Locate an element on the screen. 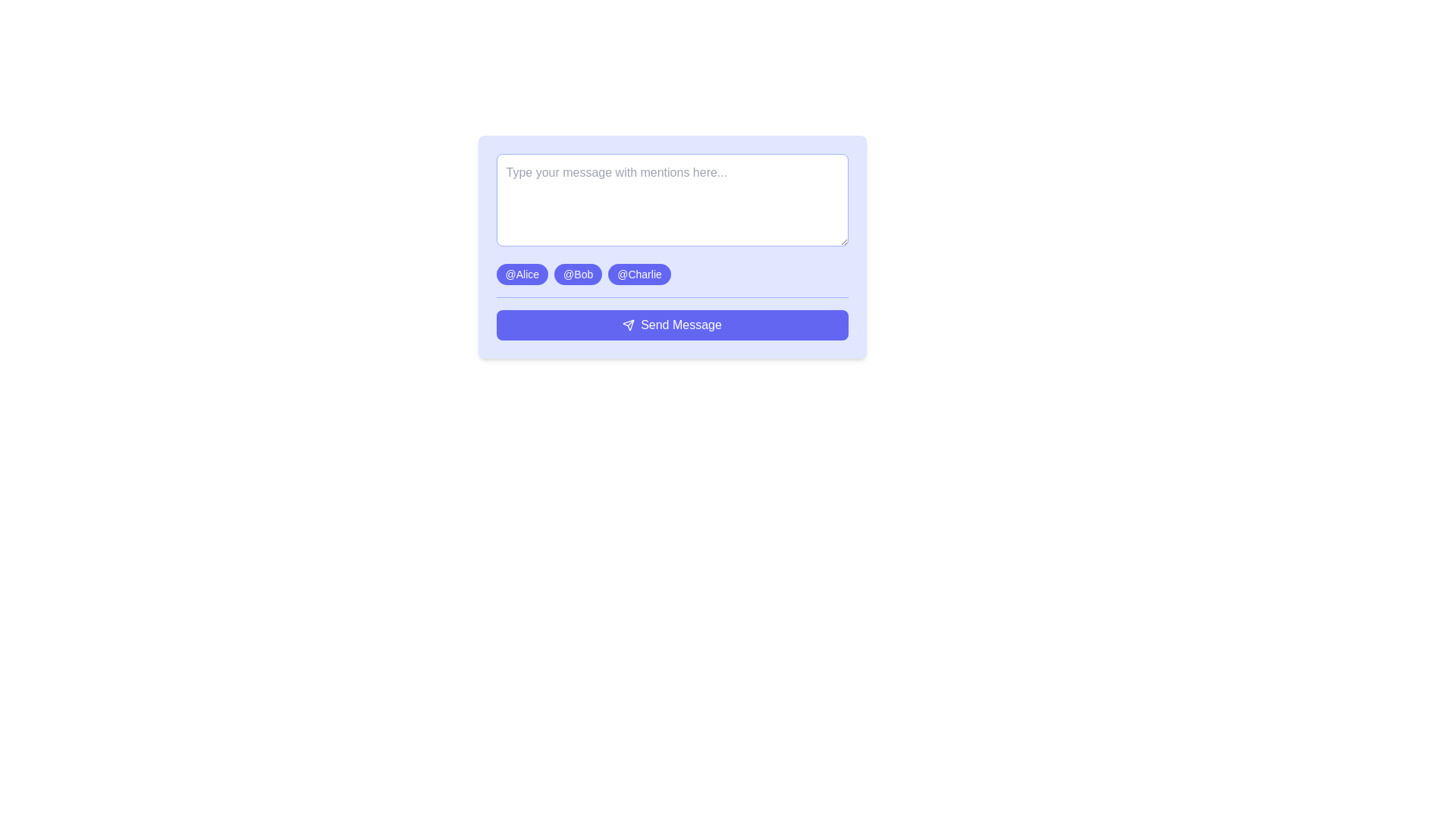  the badge label displaying '@Bob', which is styled with a purple background and white text, positioned between '@Alice' and '@Charlie' is located at coordinates (577, 275).